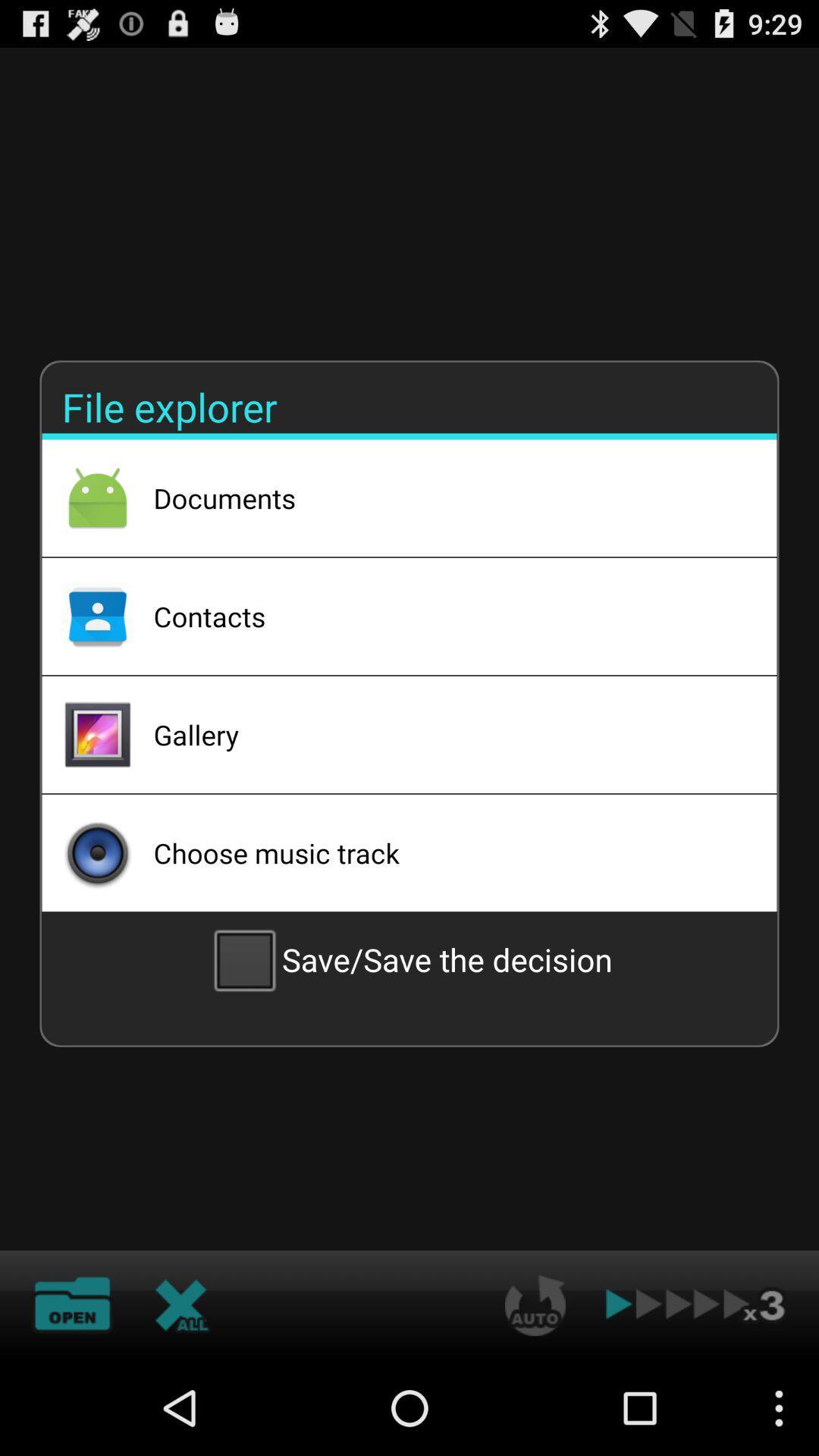  I want to click on the app above contacts app, so click(444, 498).